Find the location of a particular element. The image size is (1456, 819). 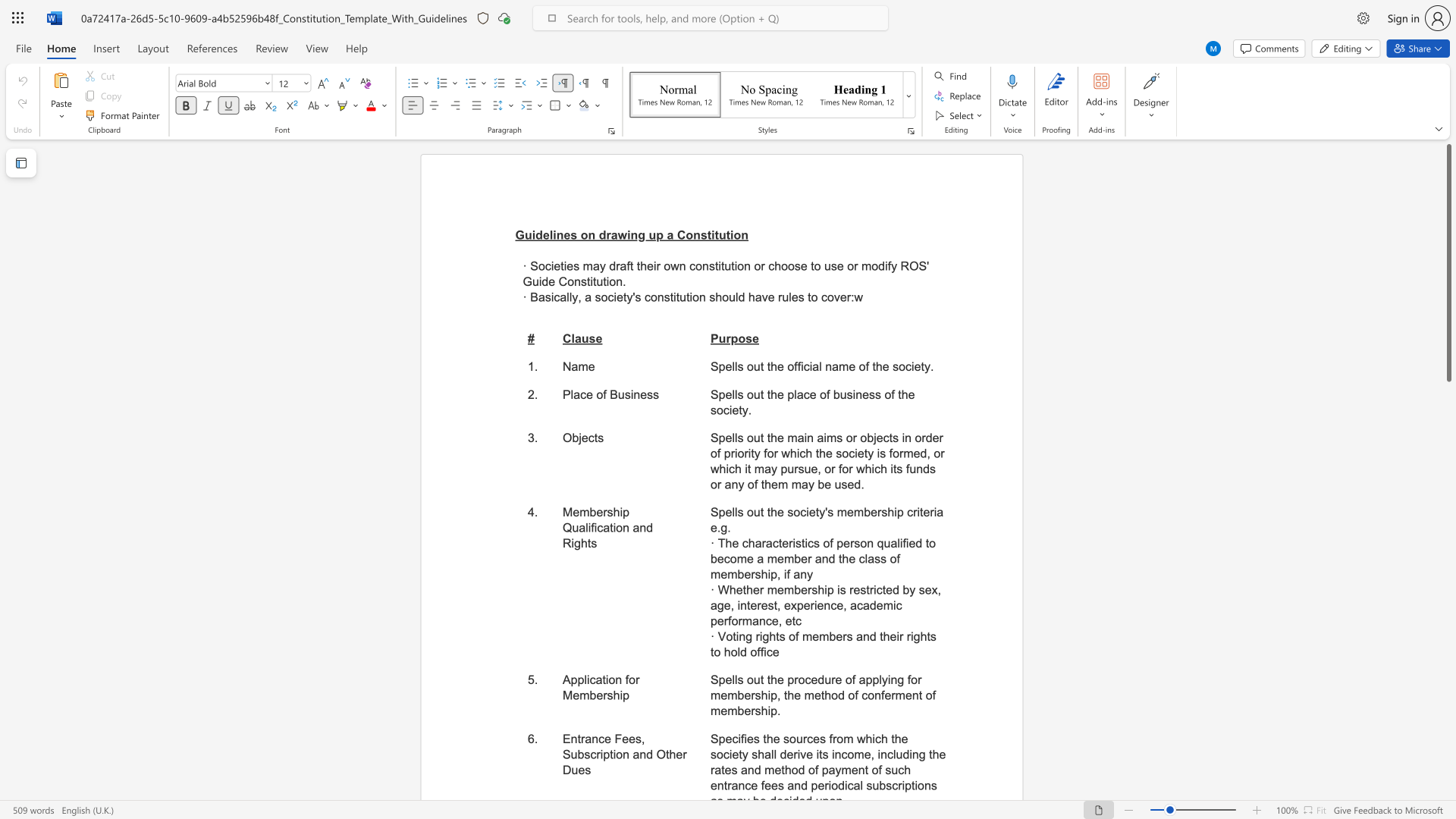

the scrollbar to move the content lower is located at coordinates (1448, 461).